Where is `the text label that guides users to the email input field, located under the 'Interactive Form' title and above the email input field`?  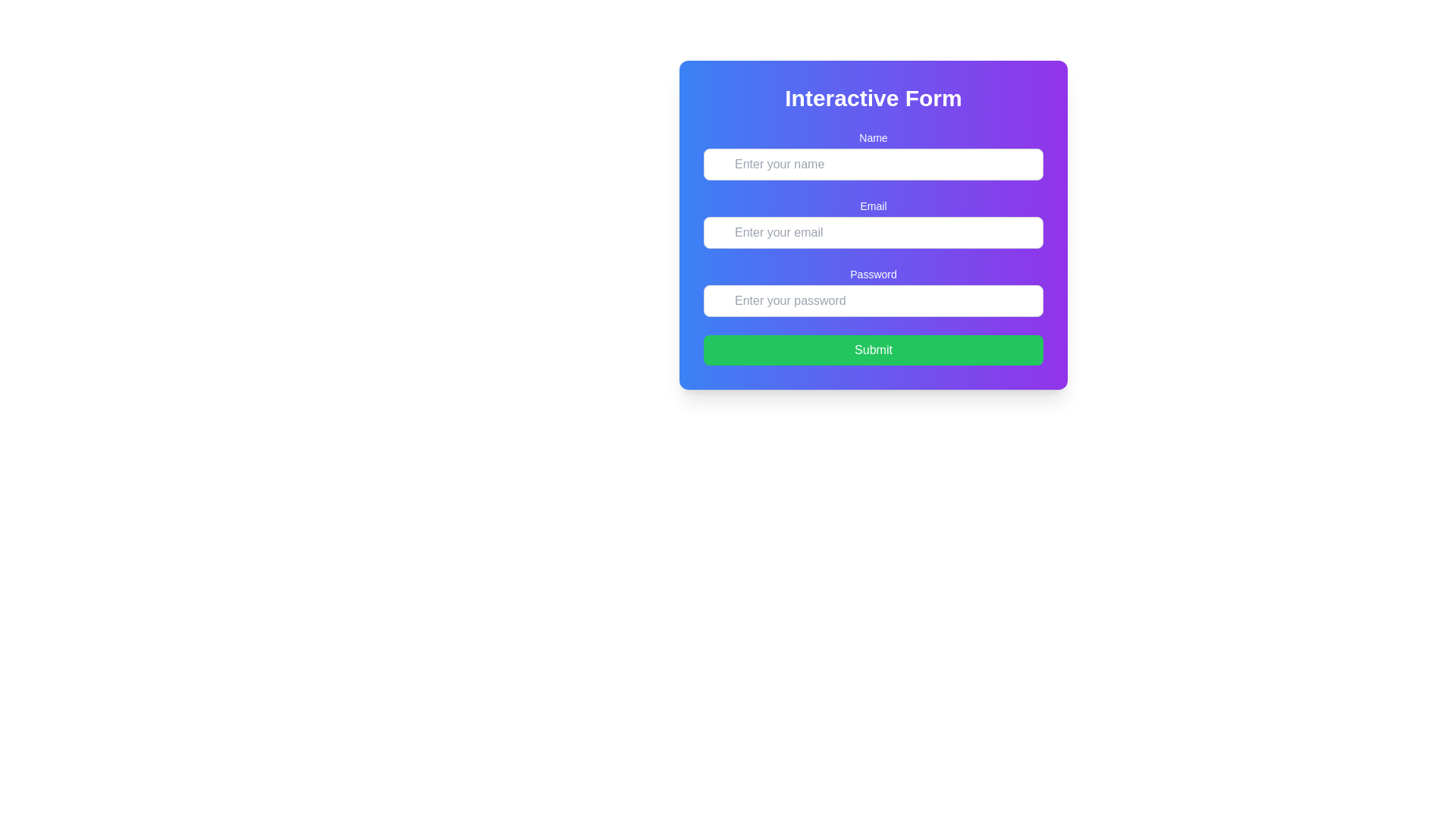
the text label that guides users to the email input field, located under the 'Interactive Form' title and above the email input field is located at coordinates (874, 206).